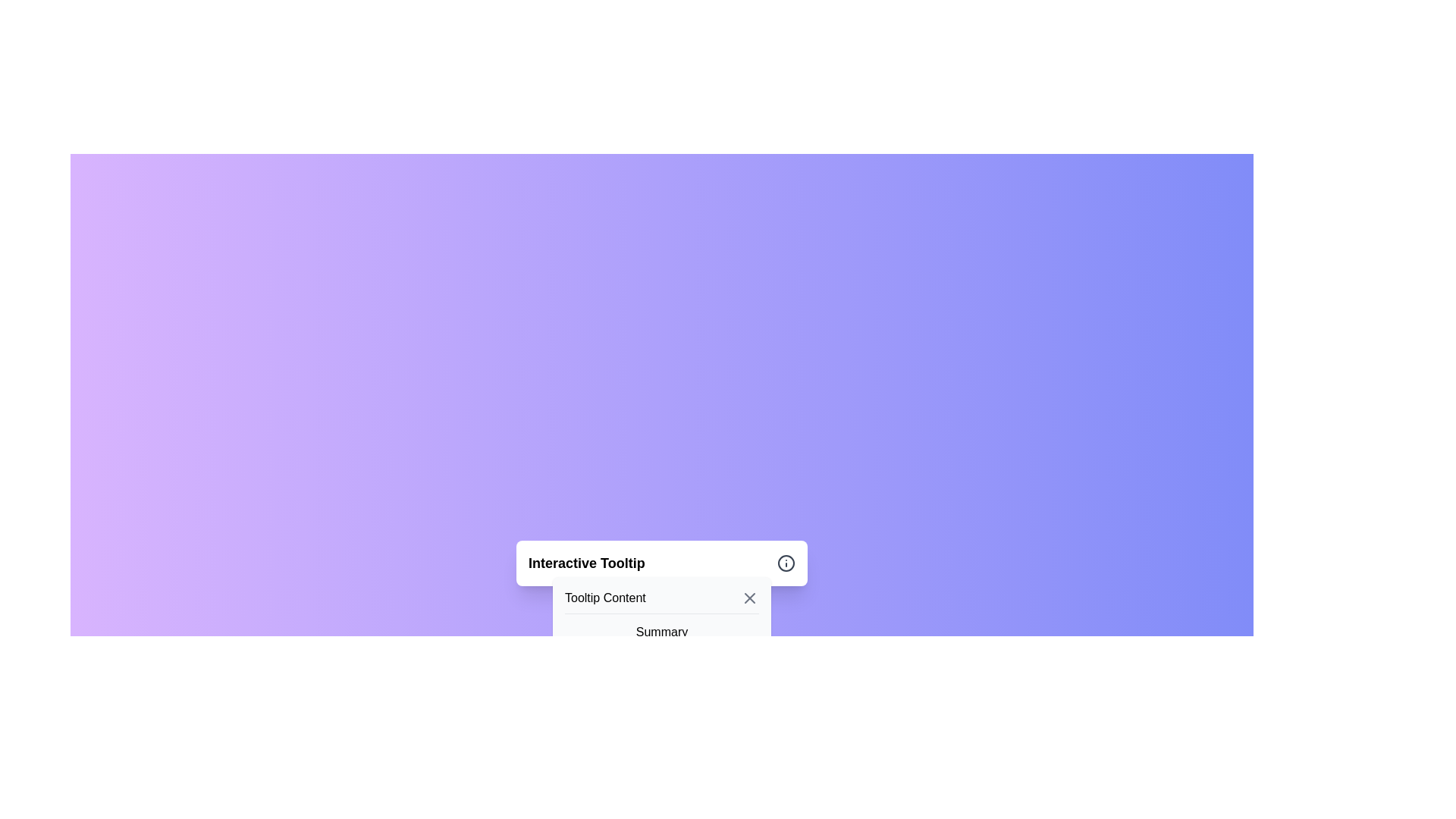 The width and height of the screenshot is (1456, 819). What do you see at coordinates (662, 641) in the screenshot?
I see `the 'Summary' text label located directly below the 'Tooltip Content' label to focus or activate the related content` at bounding box center [662, 641].